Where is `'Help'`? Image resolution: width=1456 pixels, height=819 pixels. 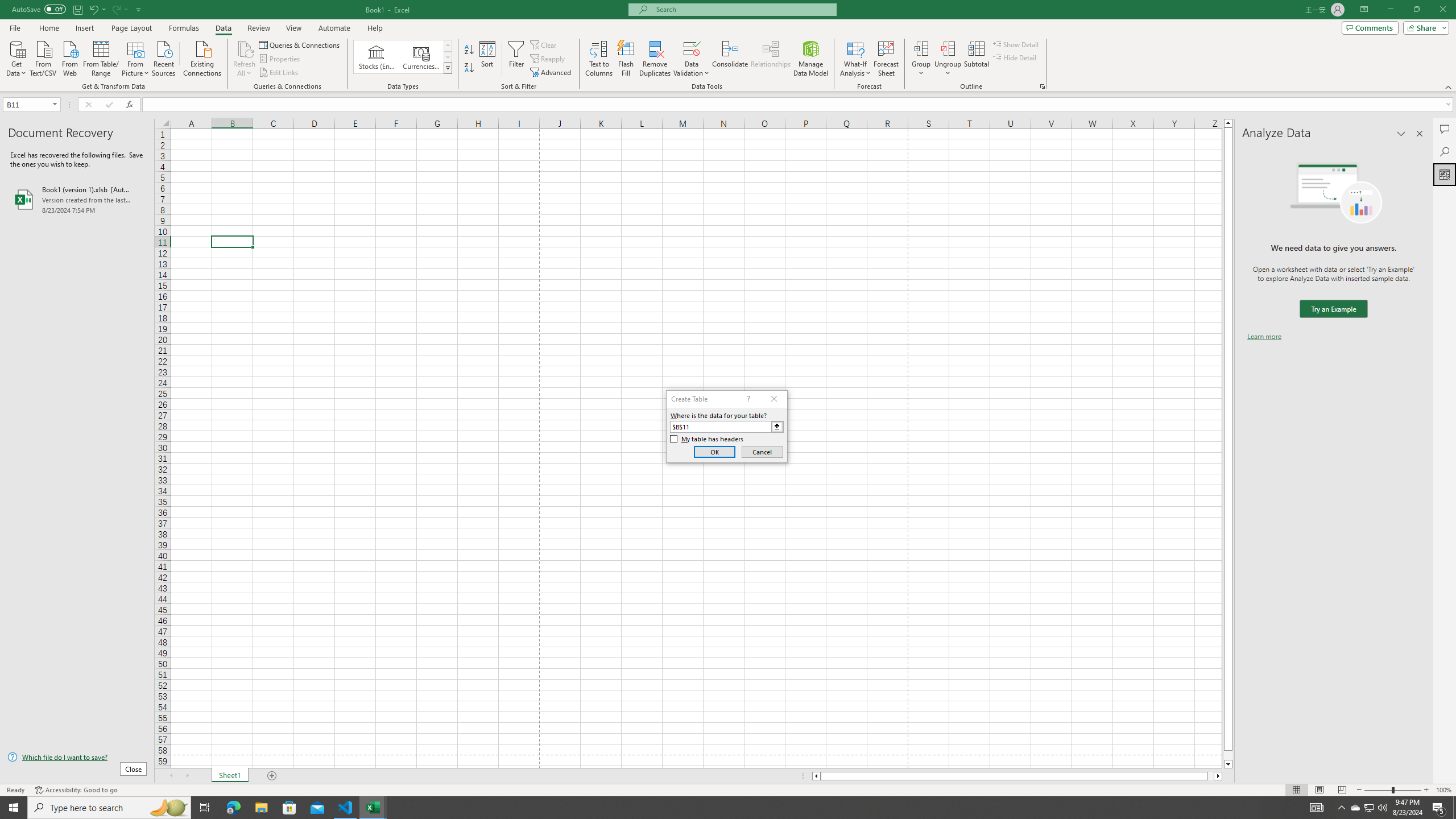
'Help' is located at coordinates (375, 28).